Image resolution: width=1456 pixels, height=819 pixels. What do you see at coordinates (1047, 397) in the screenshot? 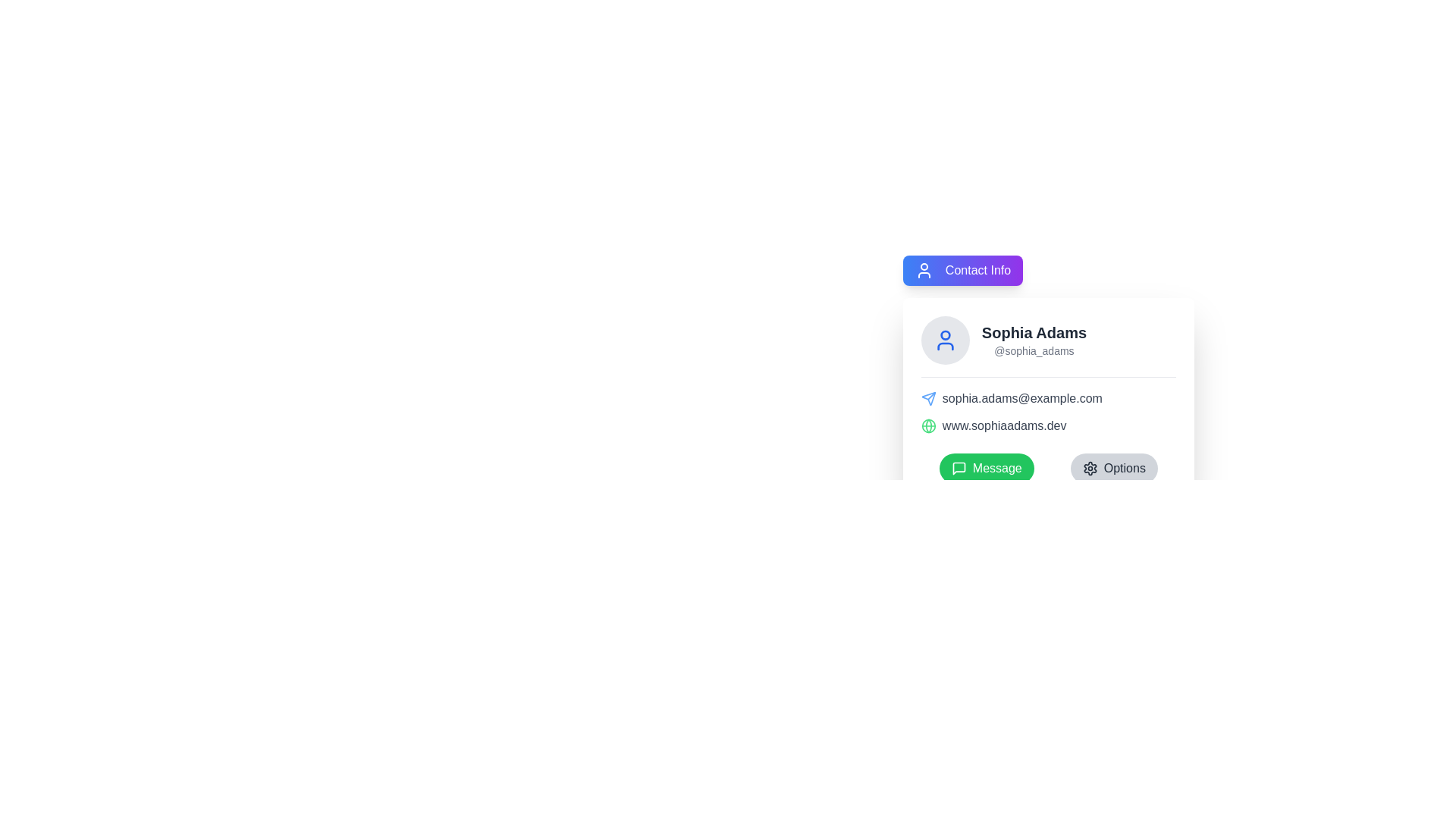
I see `the text label displaying 'sophia.adams@example.com', which is styled in light gray and located beneath the name 'Sophia Adams'` at bounding box center [1047, 397].